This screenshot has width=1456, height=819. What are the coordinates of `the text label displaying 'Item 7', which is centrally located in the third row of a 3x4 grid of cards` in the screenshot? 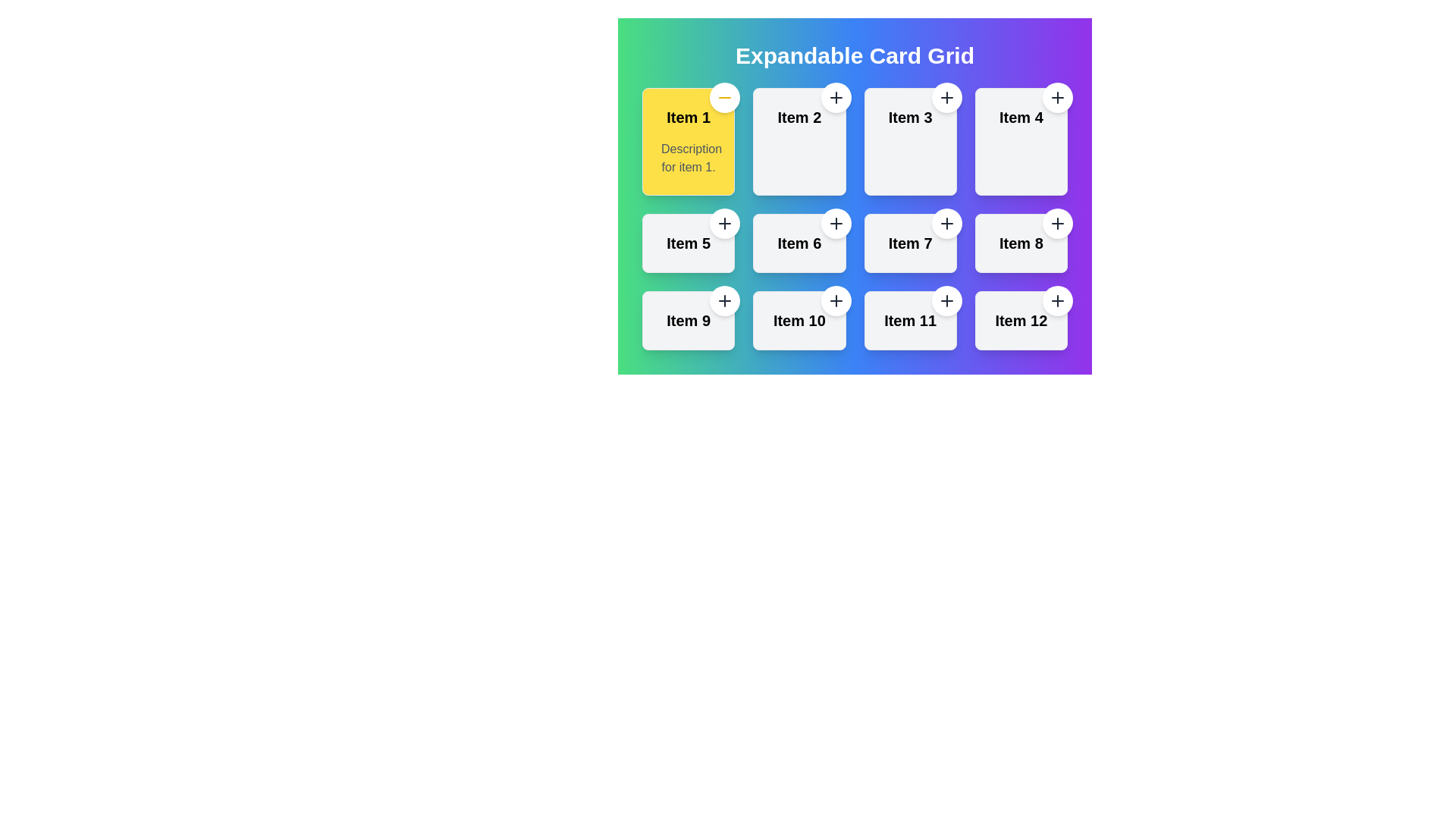 It's located at (910, 242).